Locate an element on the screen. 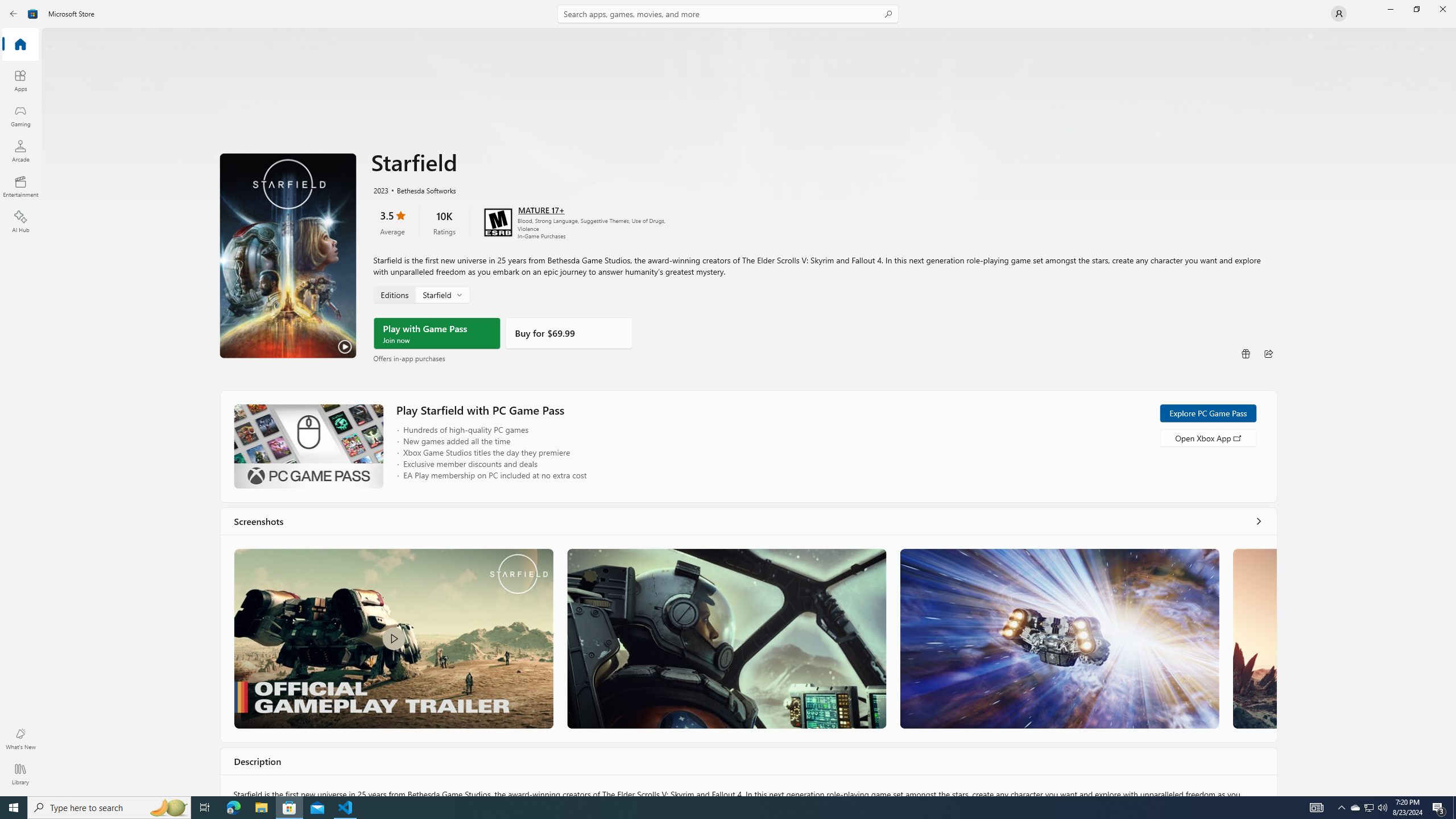 This screenshot has width=1456, height=819. 'Screenshot 4' is located at coordinates (1254, 638).